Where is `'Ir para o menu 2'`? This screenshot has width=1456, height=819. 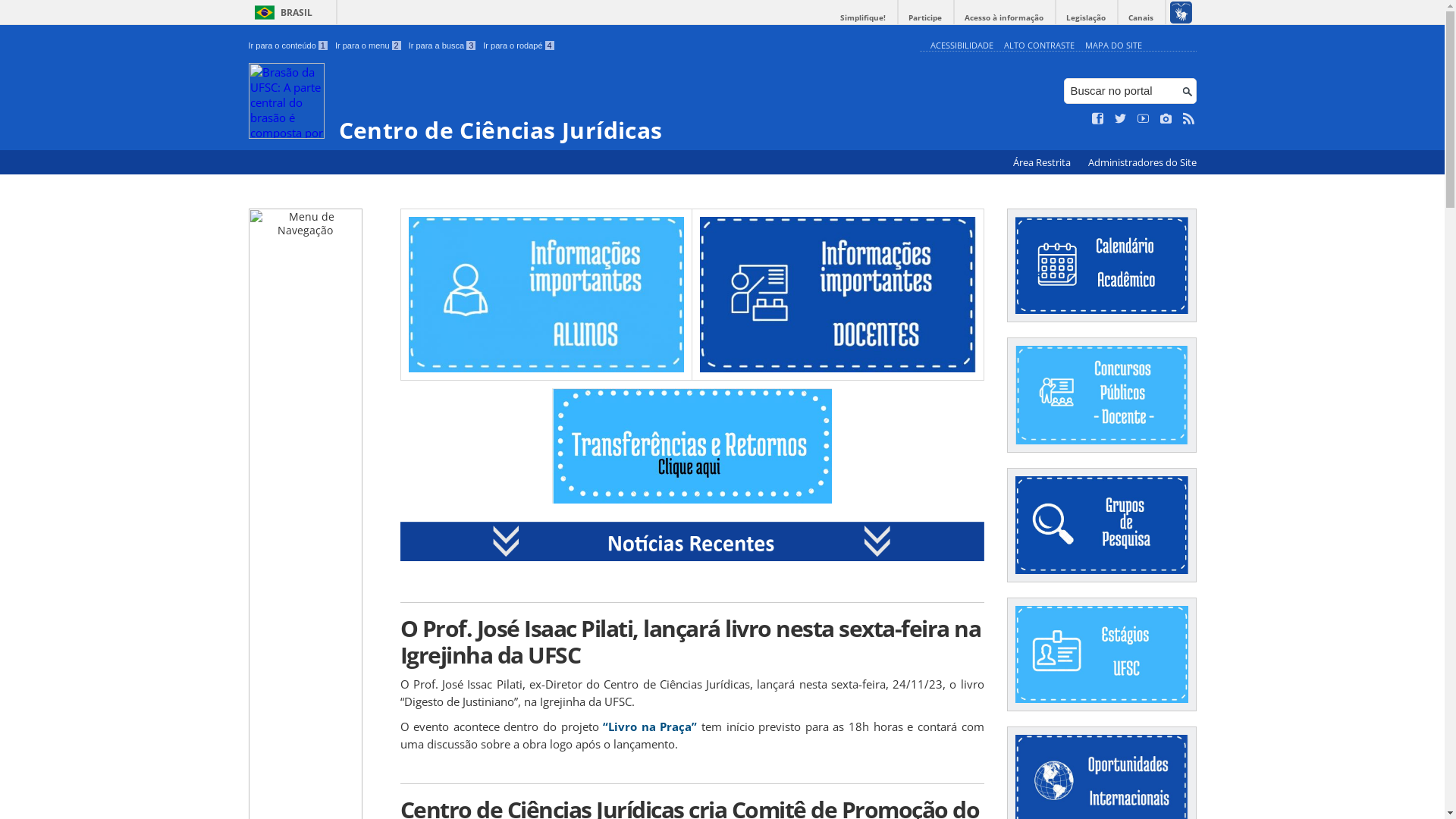
'Ir para o menu 2' is located at coordinates (368, 45).